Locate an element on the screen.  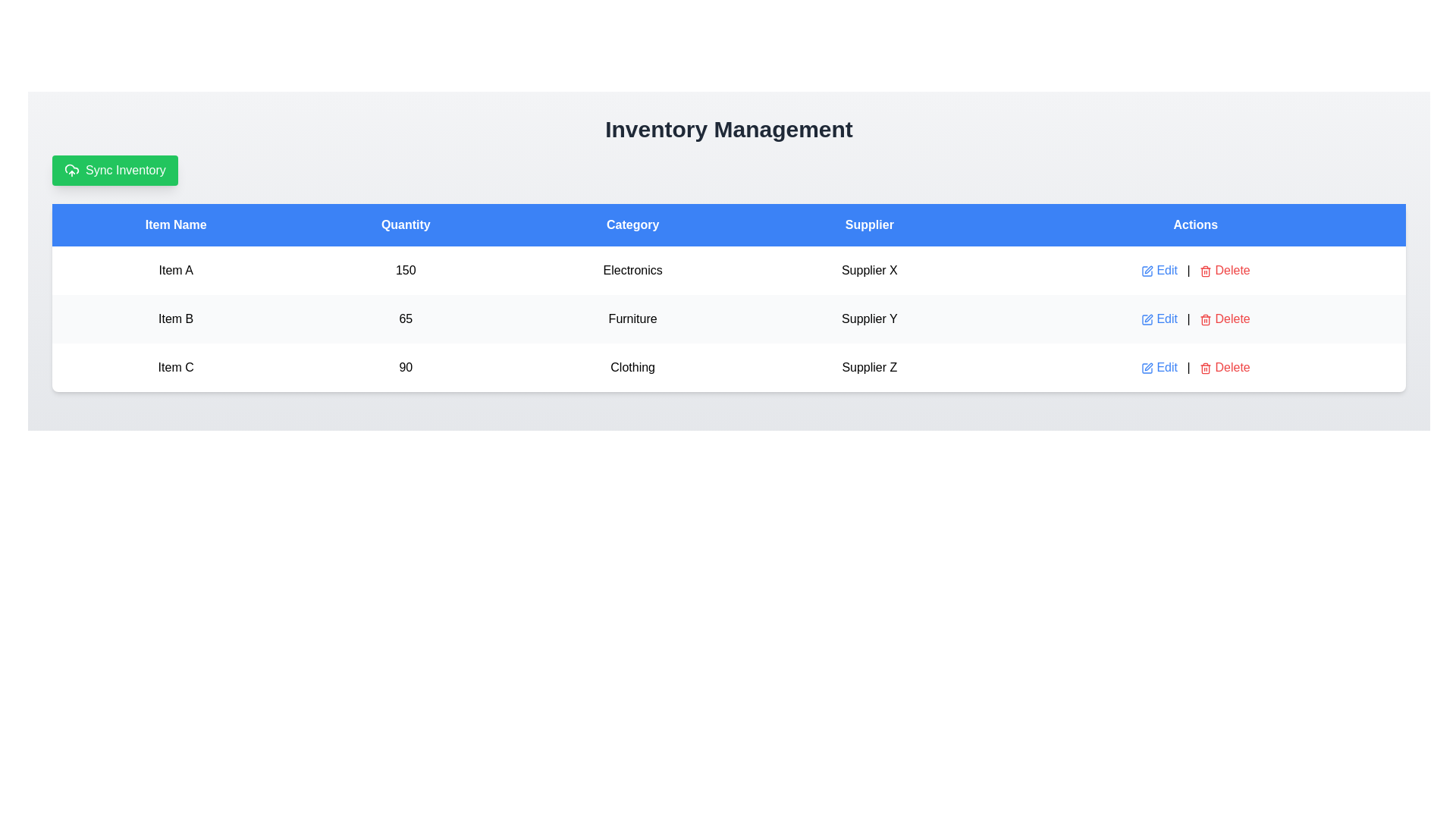
the delete icon located in the 'Actions' column of the second row in the table to initiate a delete action dialog is located at coordinates (1205, 318).